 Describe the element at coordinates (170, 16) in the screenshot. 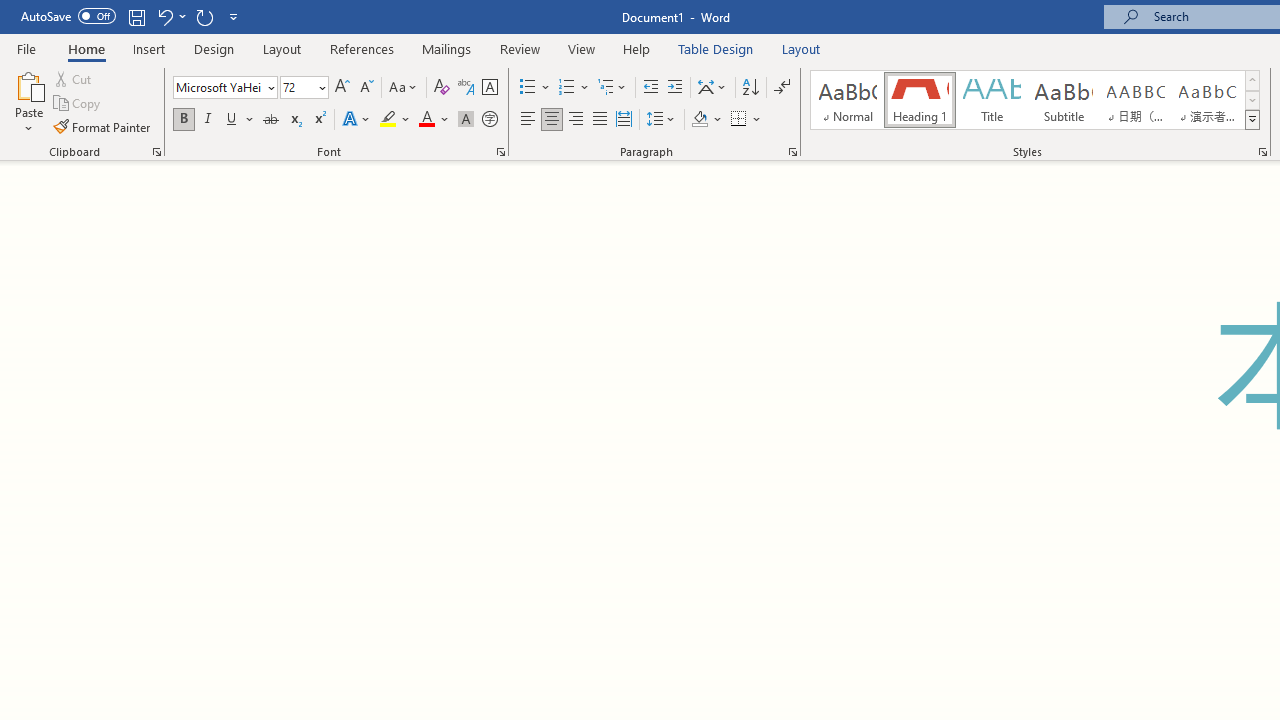

I see `'Undo Grow Font'` at that location.